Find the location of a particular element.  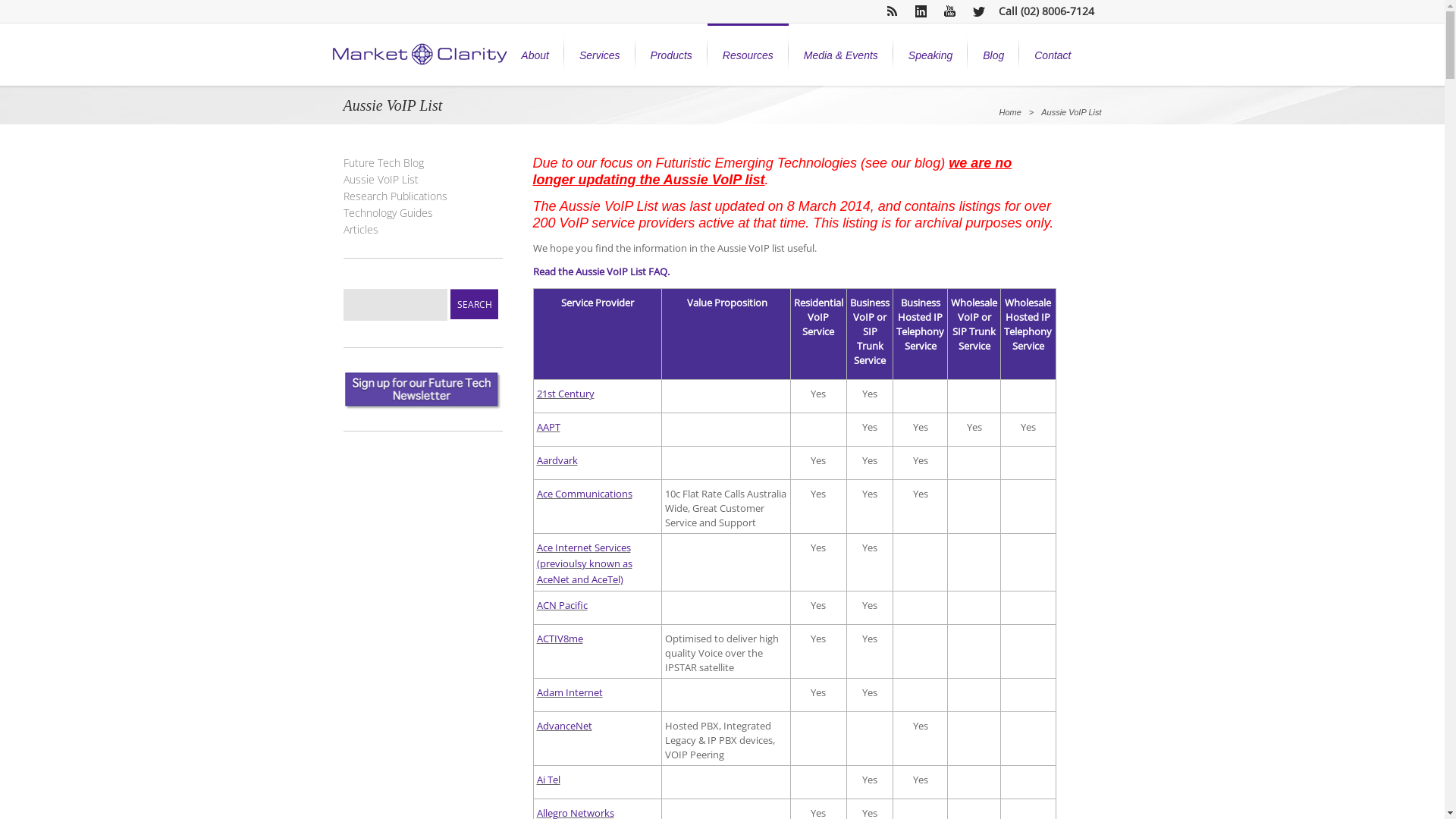

'YouTube' is located at coordinates (949, 11).